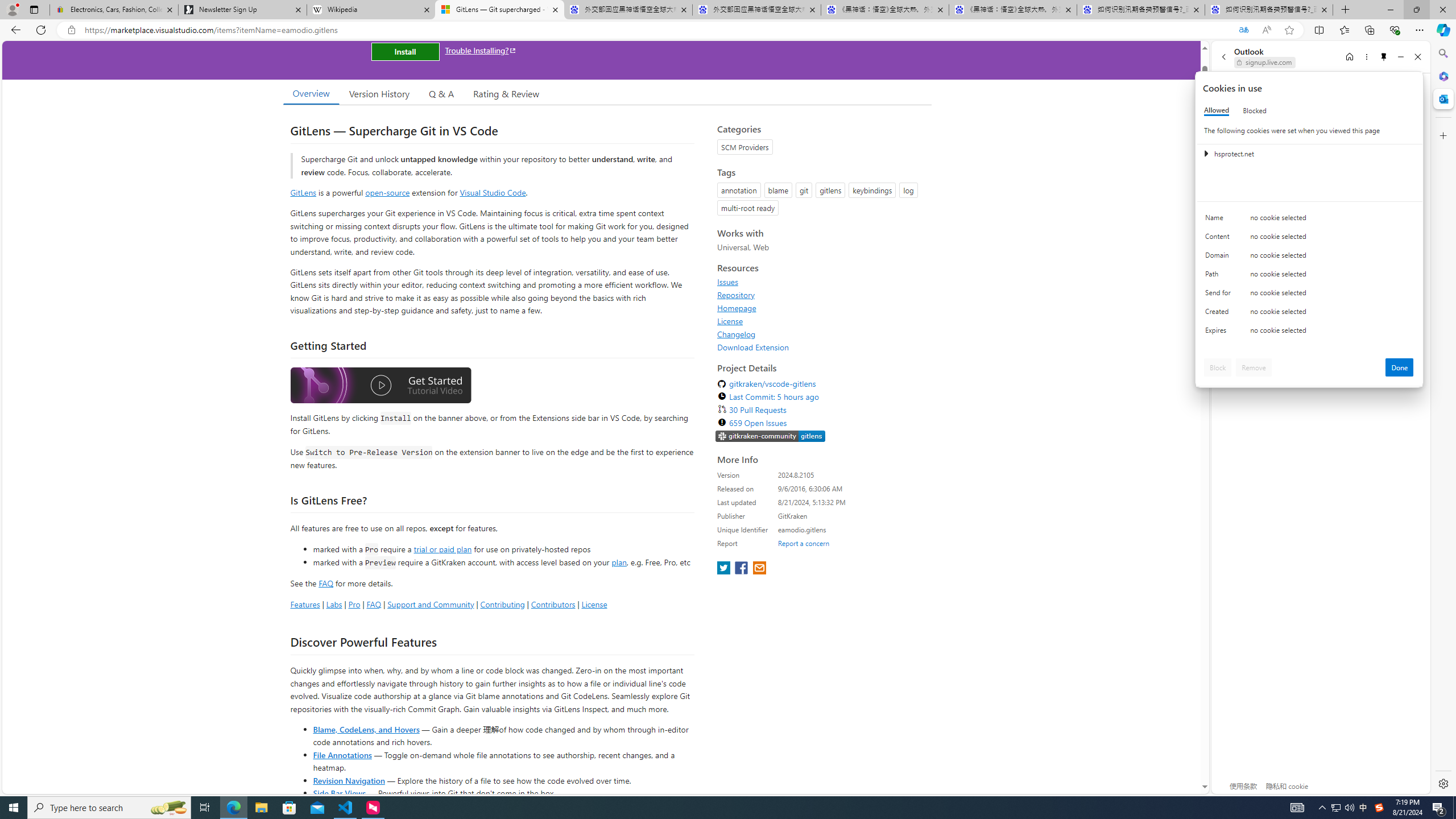  Describe the element at coordinates (1309, 333) in the screenshot. I see `'Class: c0153 c0157'` at that location.